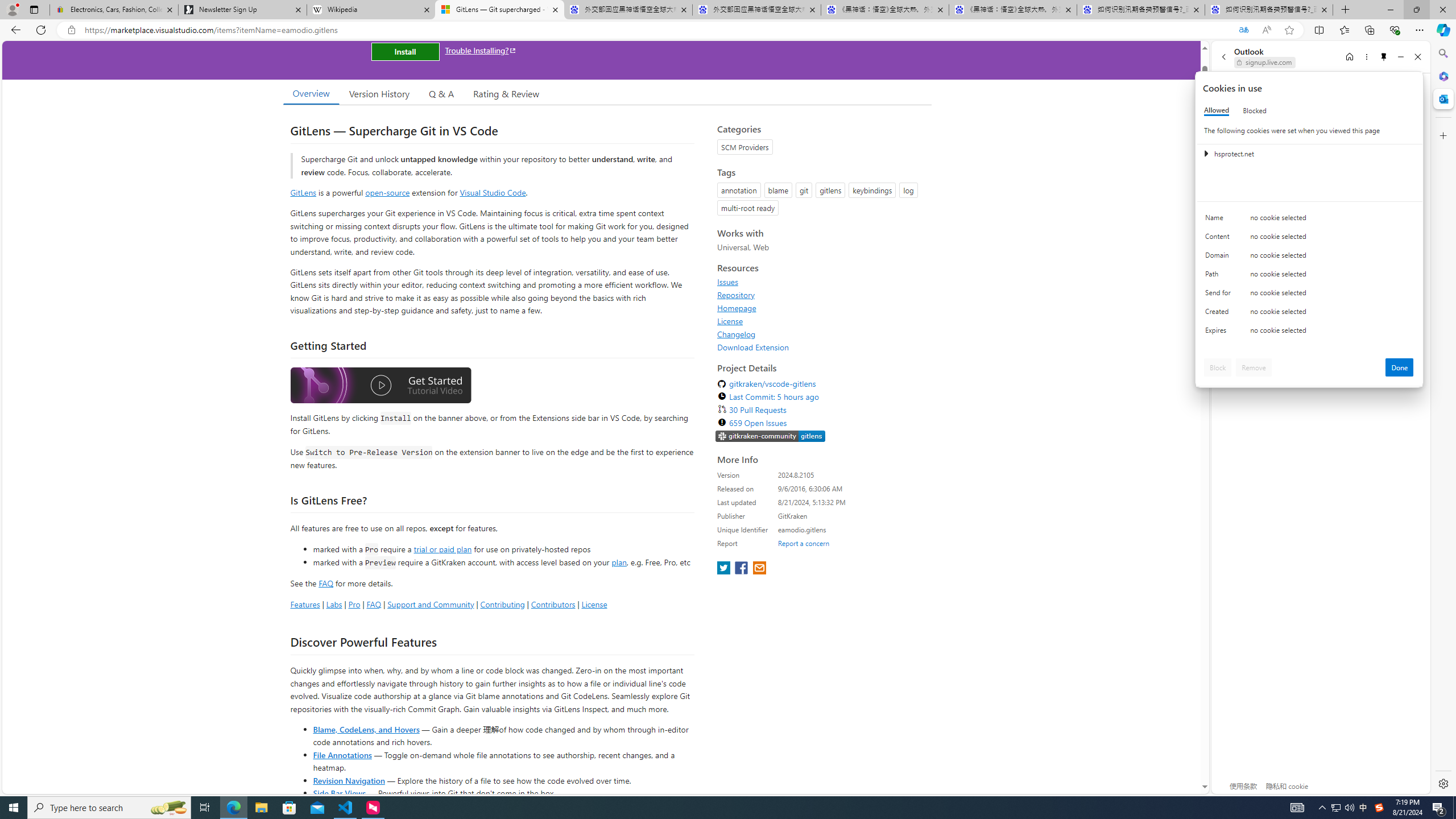  Describe the element at coordinates (1309, 333) in the screenshot. I see `'Class: c0153 c0157'` at that location.